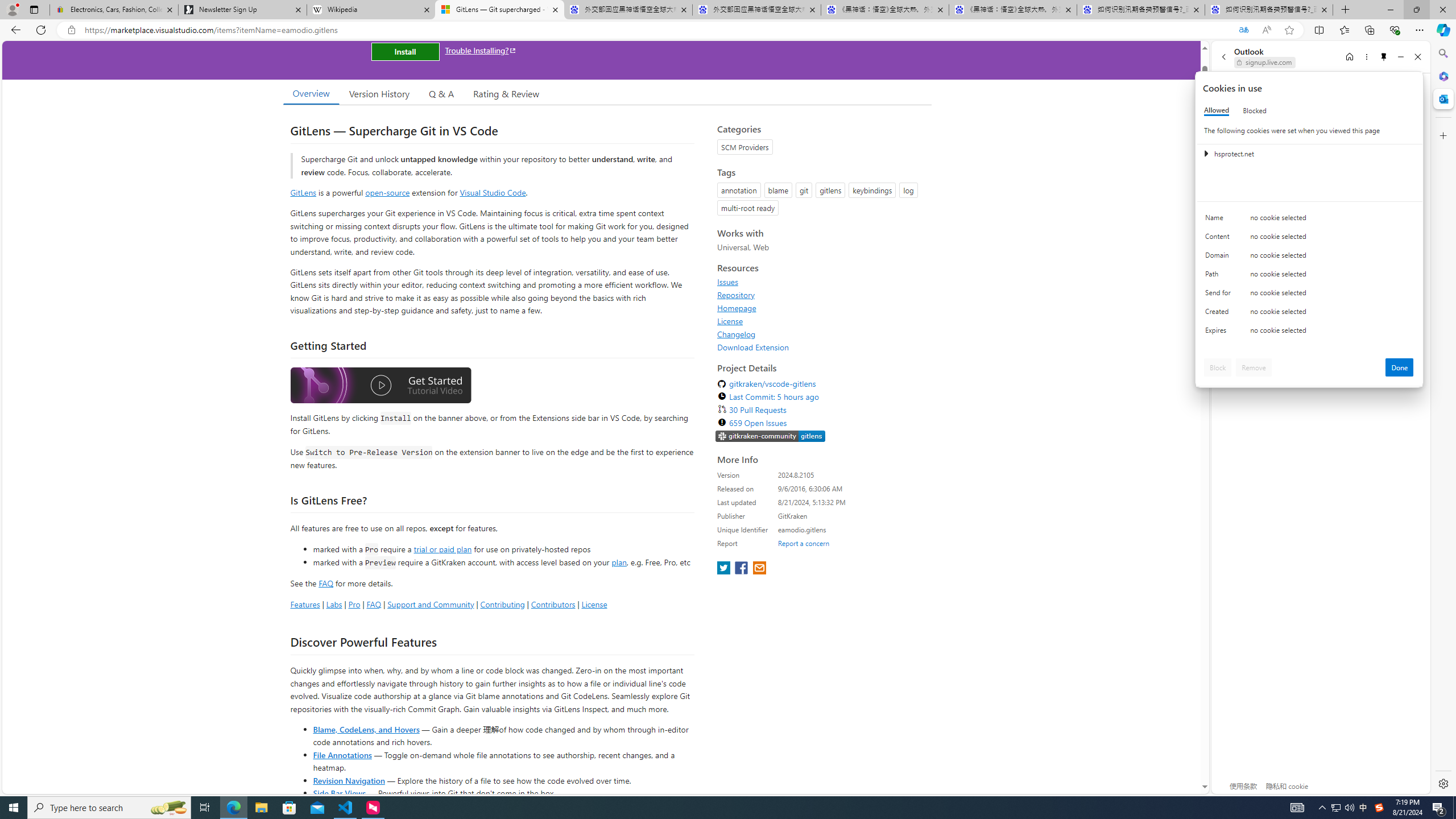  Describe the element at coordinates (1309, 333) in the screenshot. I see `'Class: c0153 c0157'` at that location.